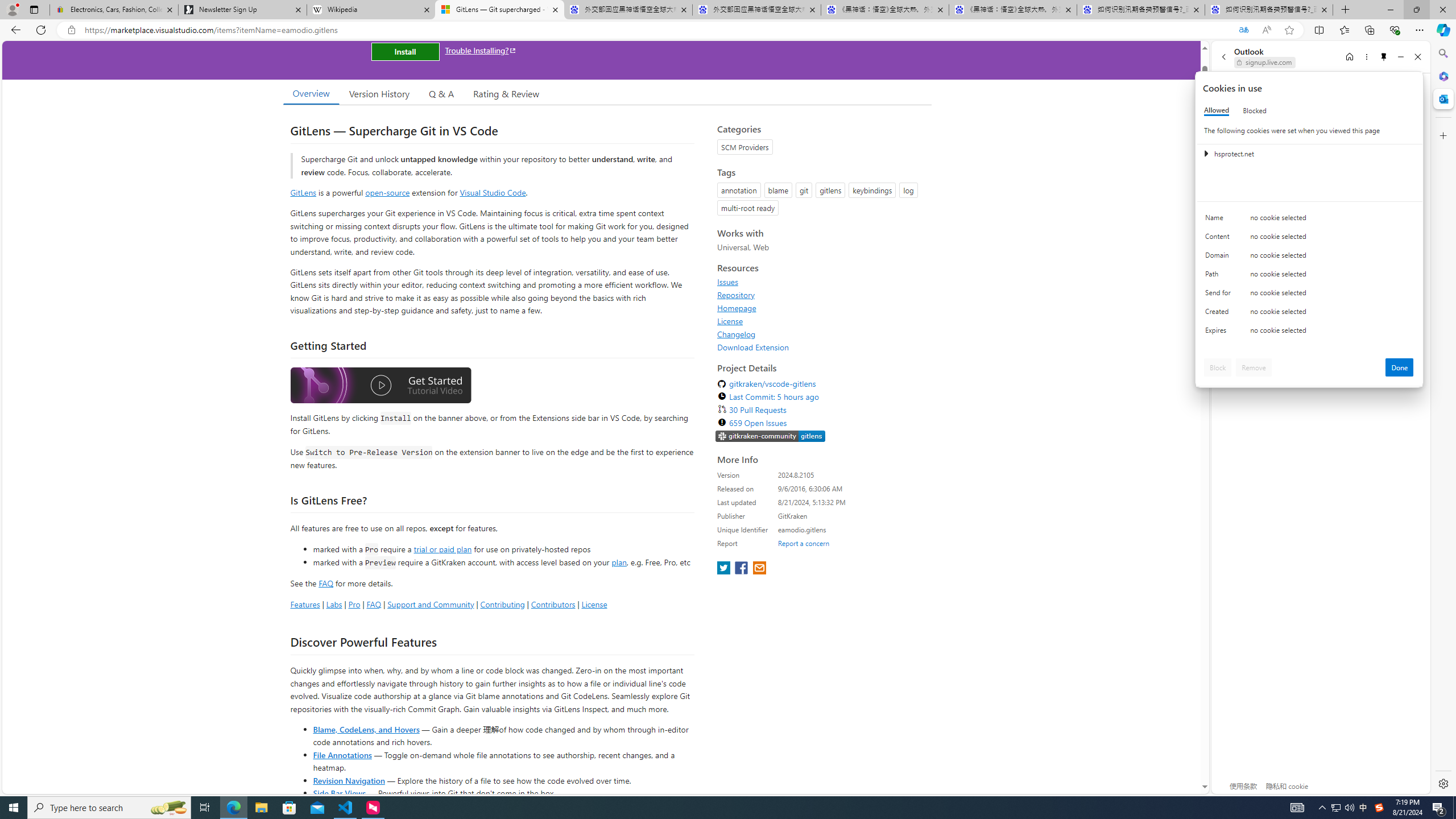  Describe the element at coordinates (1309, 333) in the screenshot. I see `'Class: c0153 c0157'` at that location.